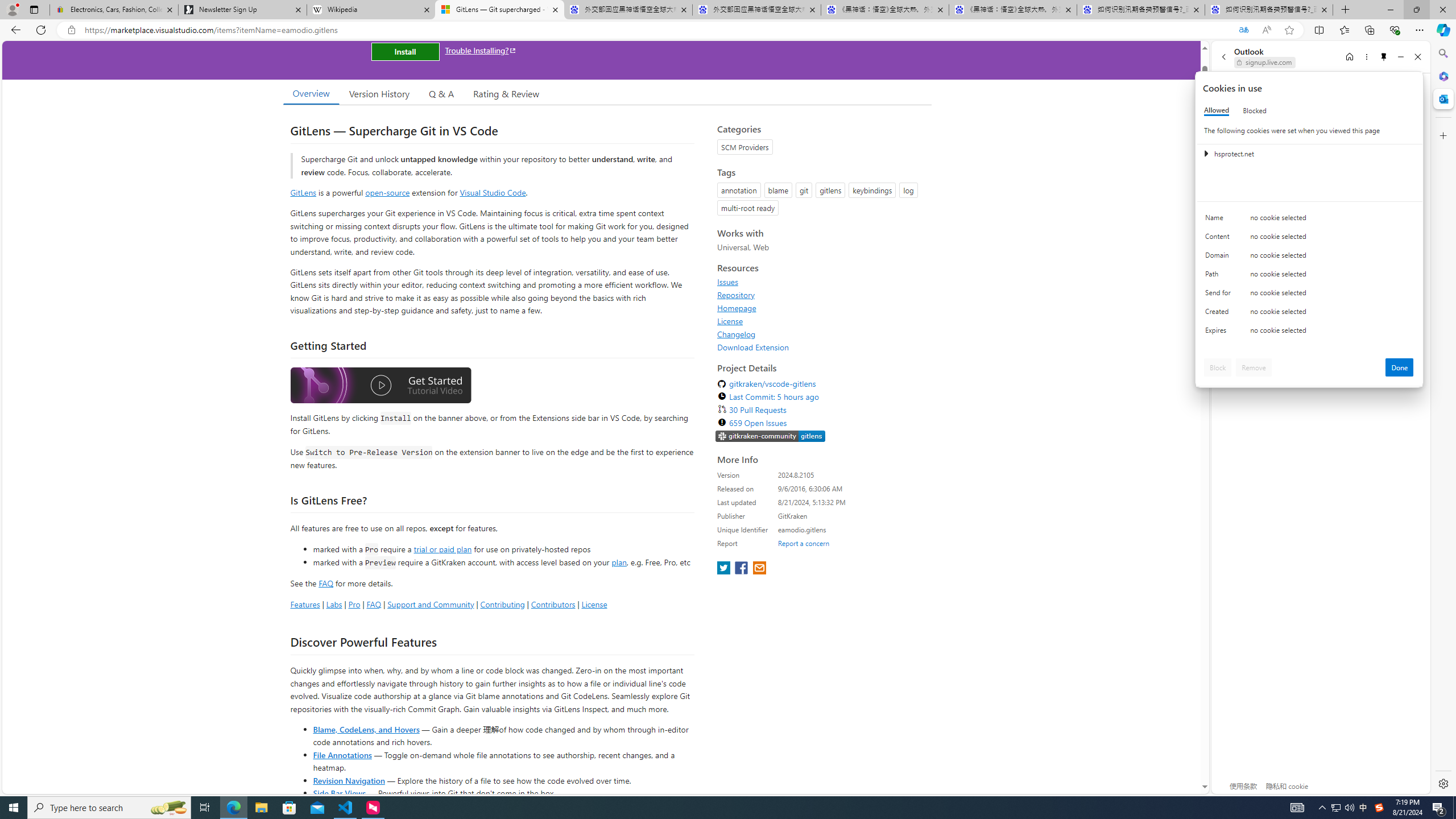  Describe the element at coordinates (1309, 333) in the screenshot. I see `'Class: c0153 c0157'` at that location.